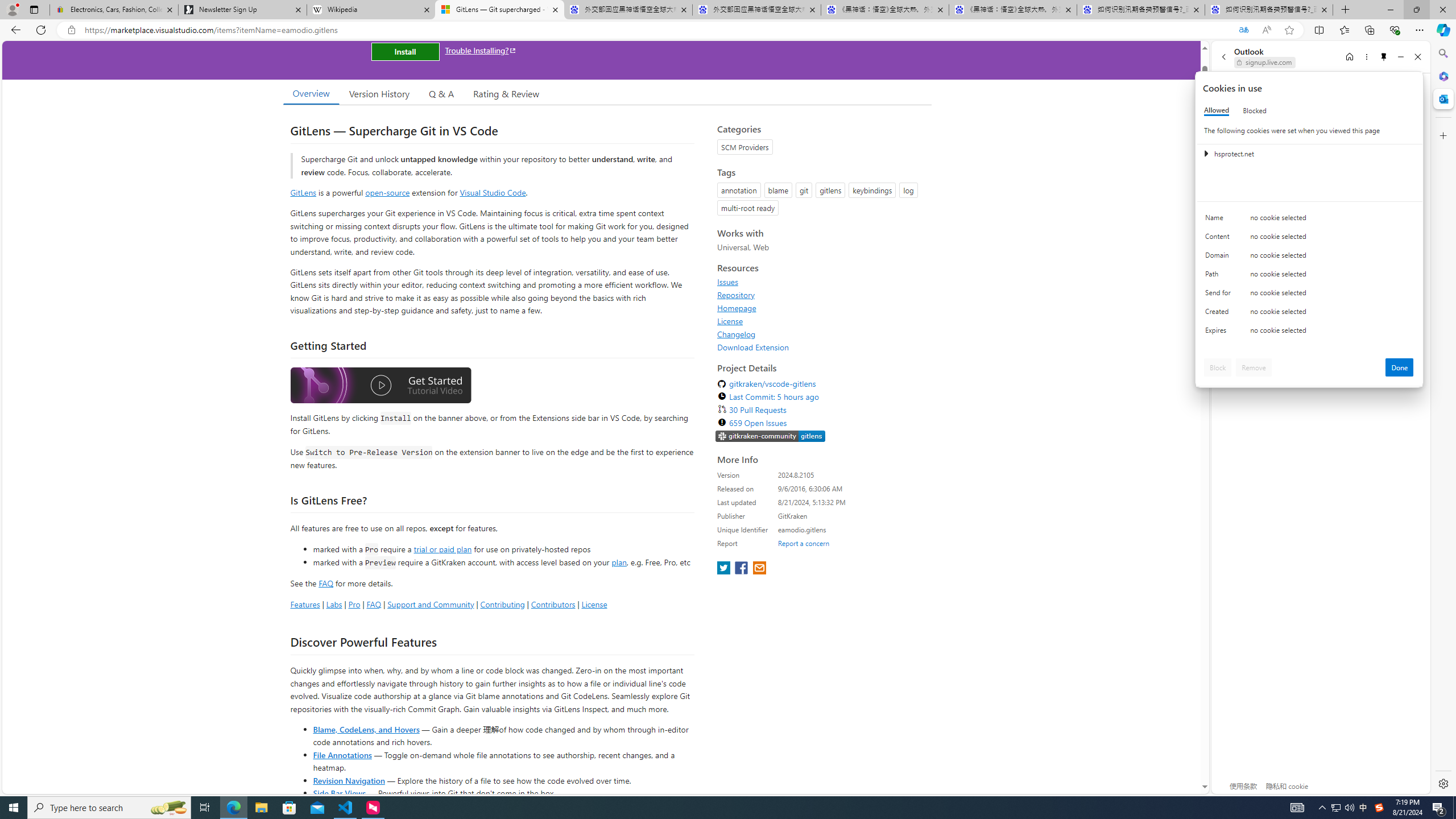  Describe the element at coordinates (1309, 333) in the screenshot. I see `'Class: c0153 c0157'` at that location.